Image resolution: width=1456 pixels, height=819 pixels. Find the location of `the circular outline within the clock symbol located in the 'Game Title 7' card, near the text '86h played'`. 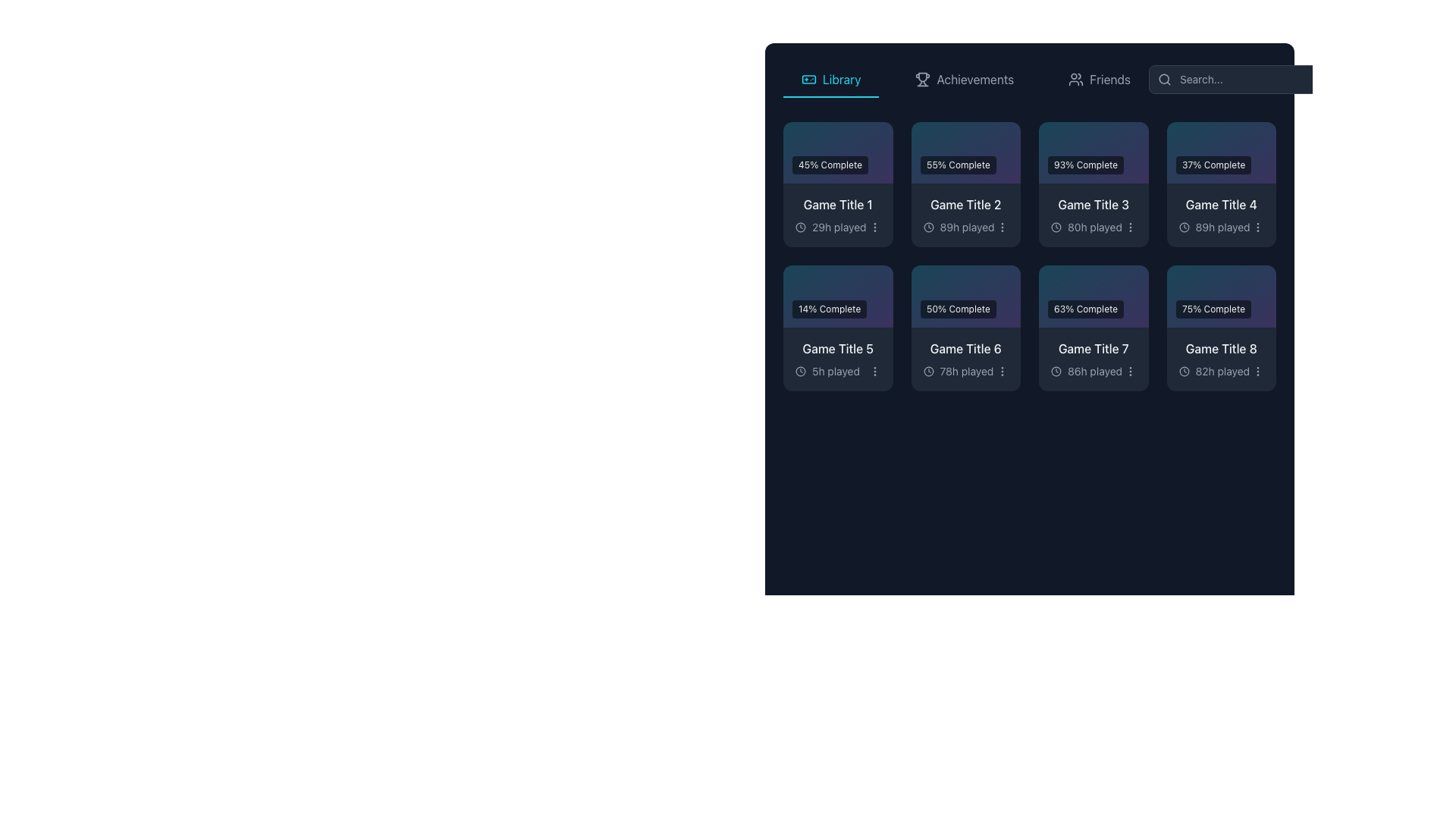

the circular outline within the clock symbol located in the 'Game Title 7' card, near the text '86h played' is located at coordinates (1055, 371).